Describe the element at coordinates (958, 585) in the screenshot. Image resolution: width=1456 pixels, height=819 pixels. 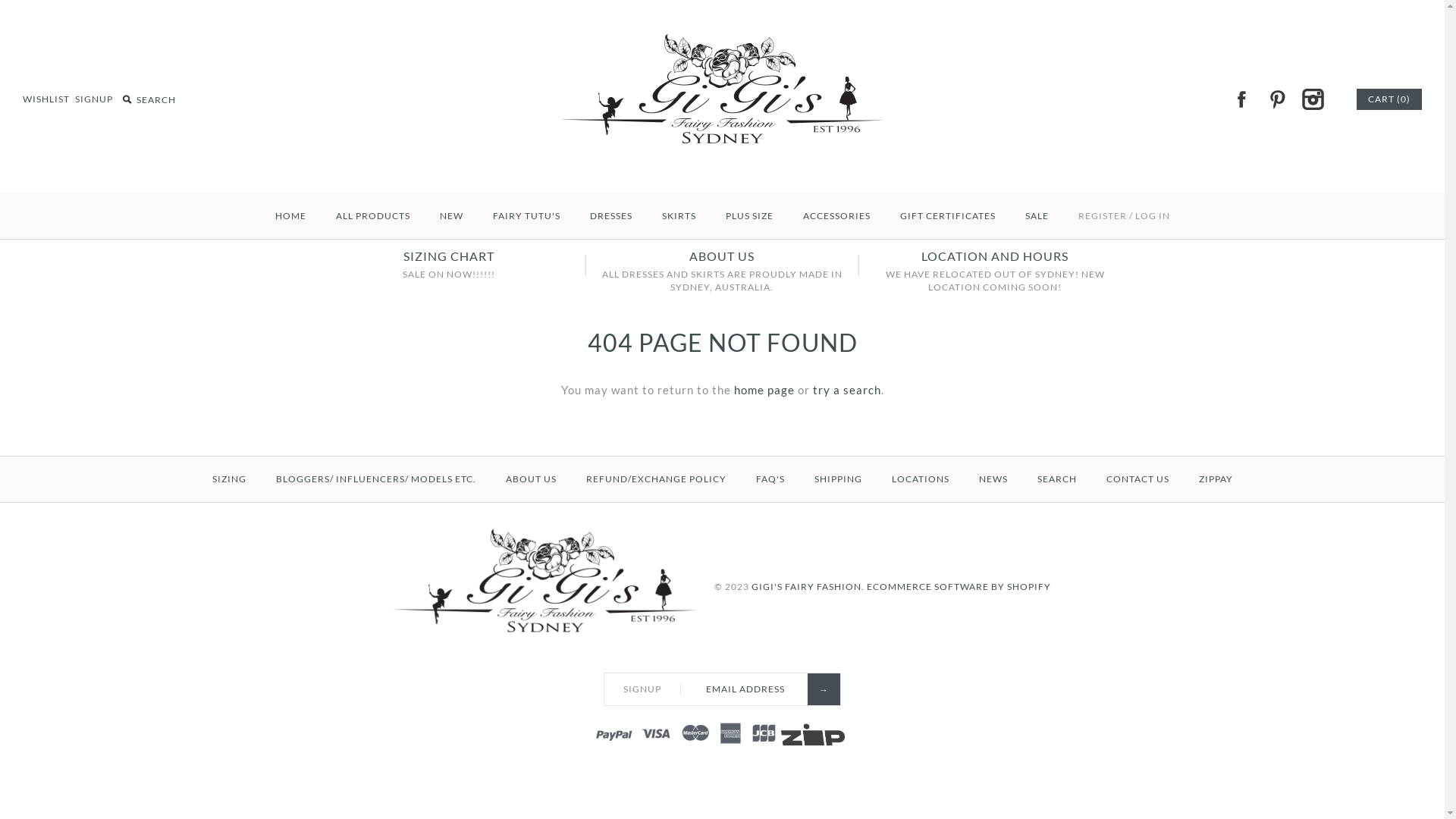
I see `'ECOMMERCE SOFTWARE BY SHOPIFY'` at that location.